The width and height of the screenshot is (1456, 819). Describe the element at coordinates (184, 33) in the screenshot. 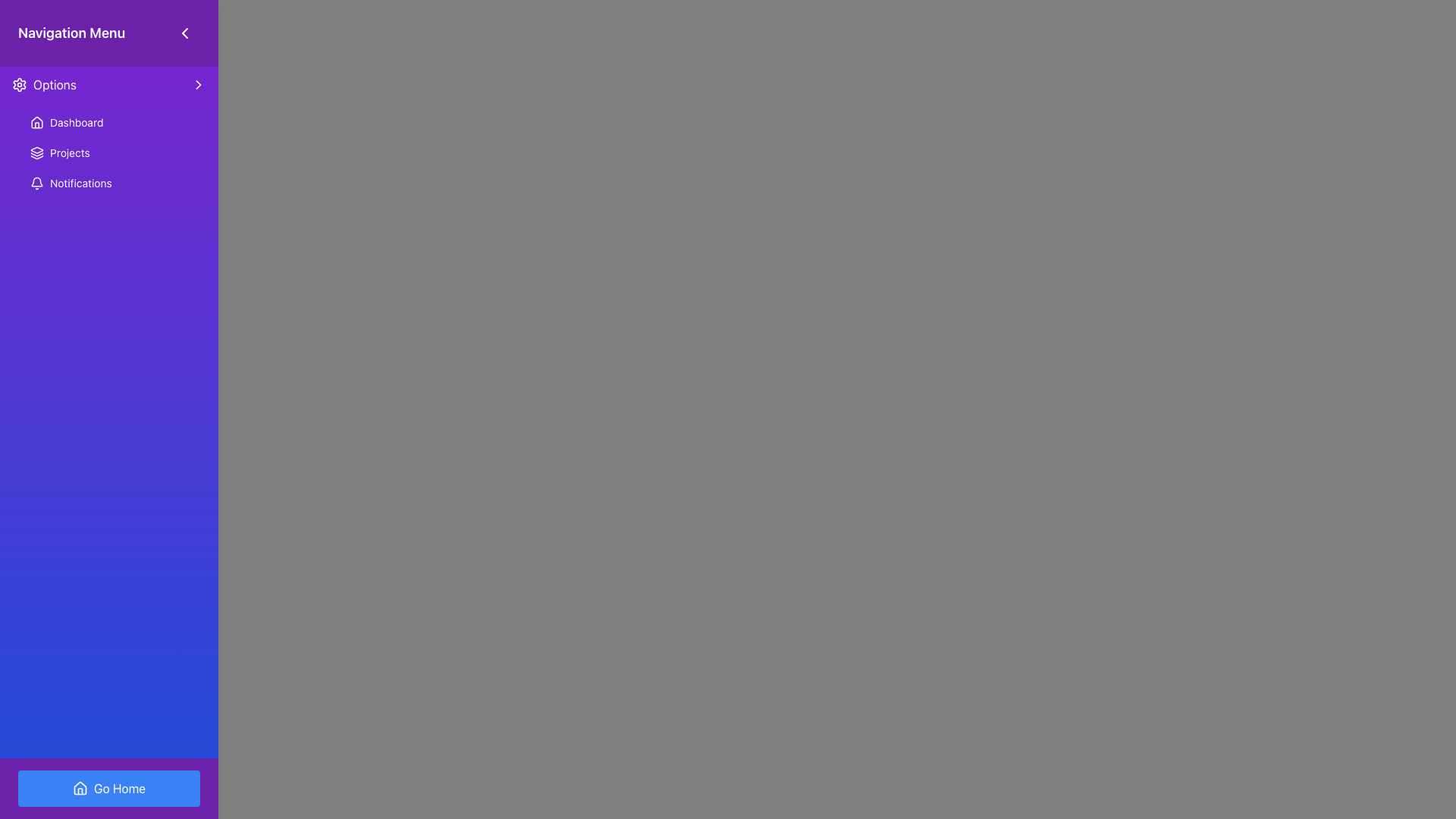

I see `the left-pointing chevron icon in the navigation menu` at that location.